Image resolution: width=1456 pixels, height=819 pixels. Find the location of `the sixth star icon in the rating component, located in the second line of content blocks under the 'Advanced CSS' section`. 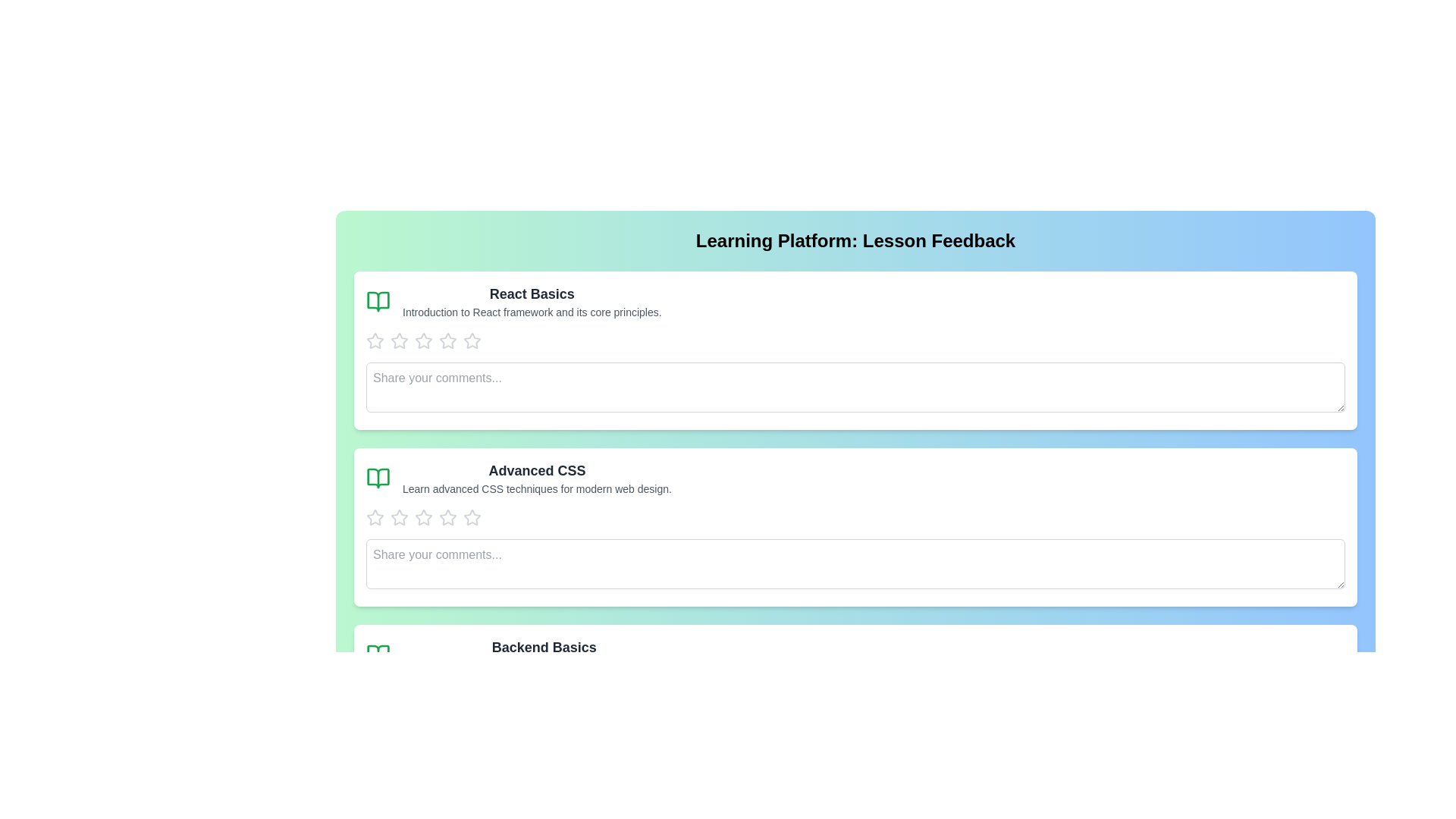

the sixth star icon in the rating component, located in the second line of content blocks under the 'Advanced CSS' section is located at coordinates (447, 516).